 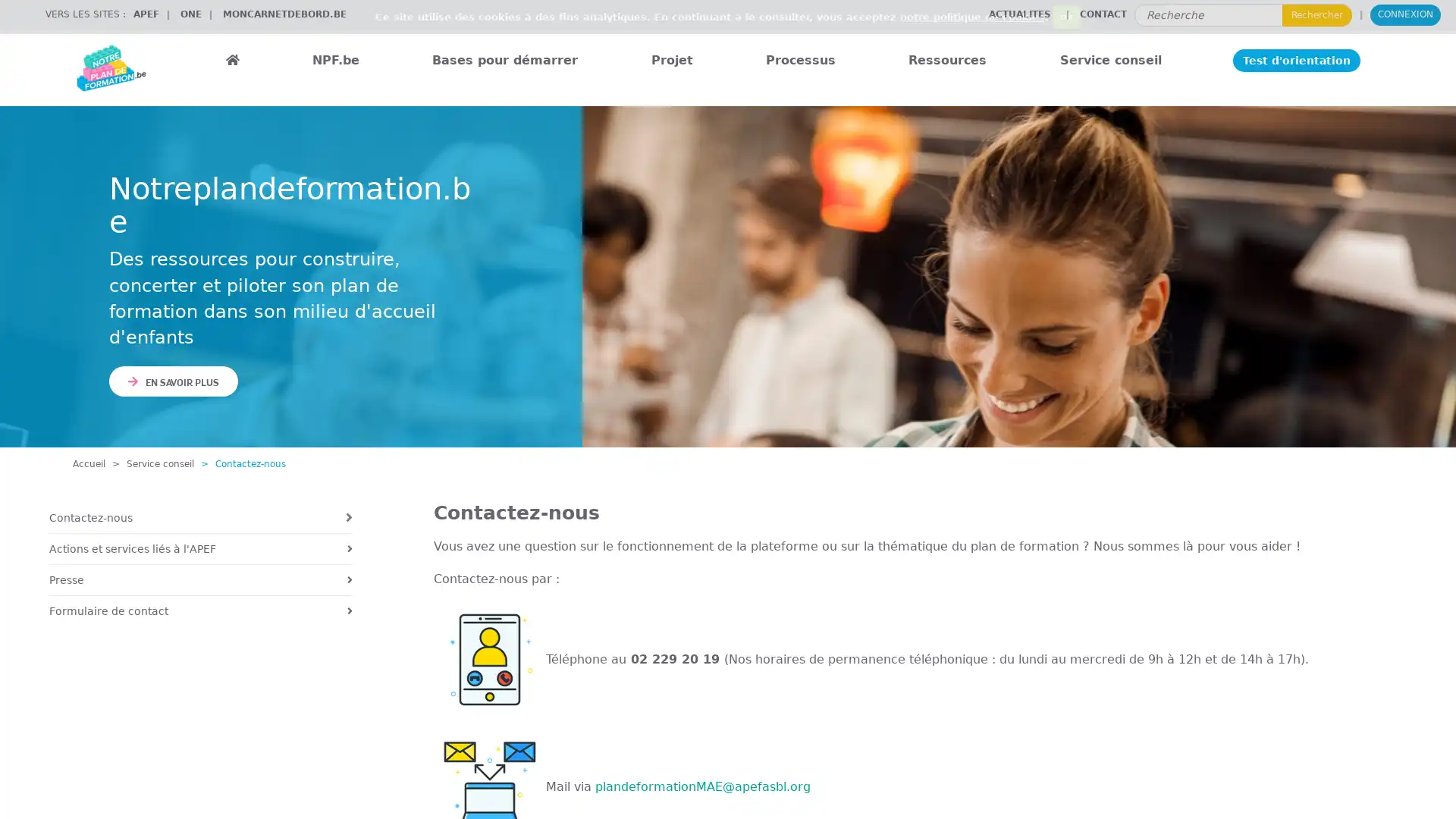 What do you see at coordinates (1316, 14) in the screenshot?
I see `Rechercher` at bounding box center [1316, 14].